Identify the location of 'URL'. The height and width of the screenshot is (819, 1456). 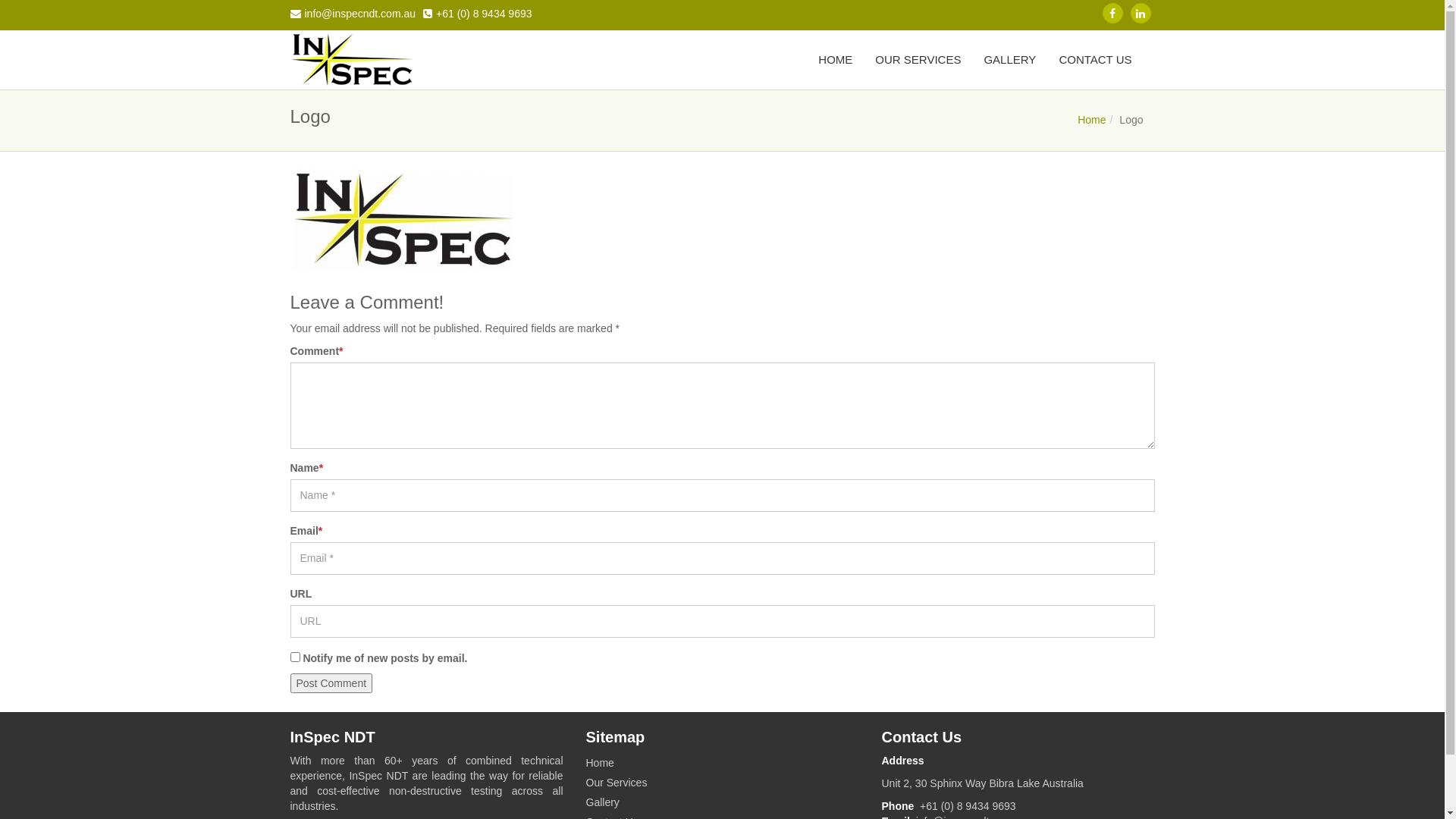
(290, 621).